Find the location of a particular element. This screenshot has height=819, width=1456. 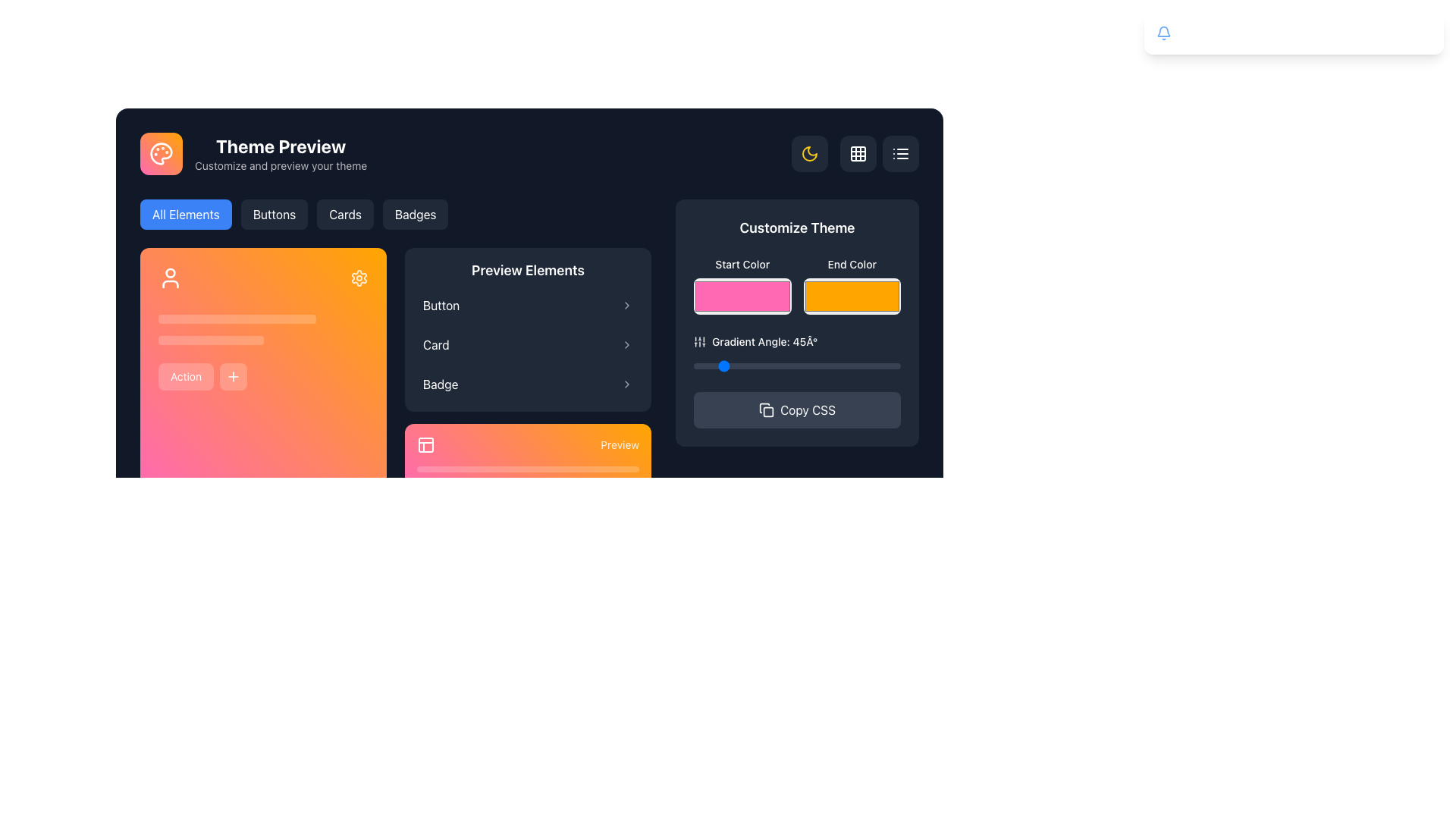

the 'End Color' color picker located in the 'Customize Theme' section is located at coordinates (852, 287).